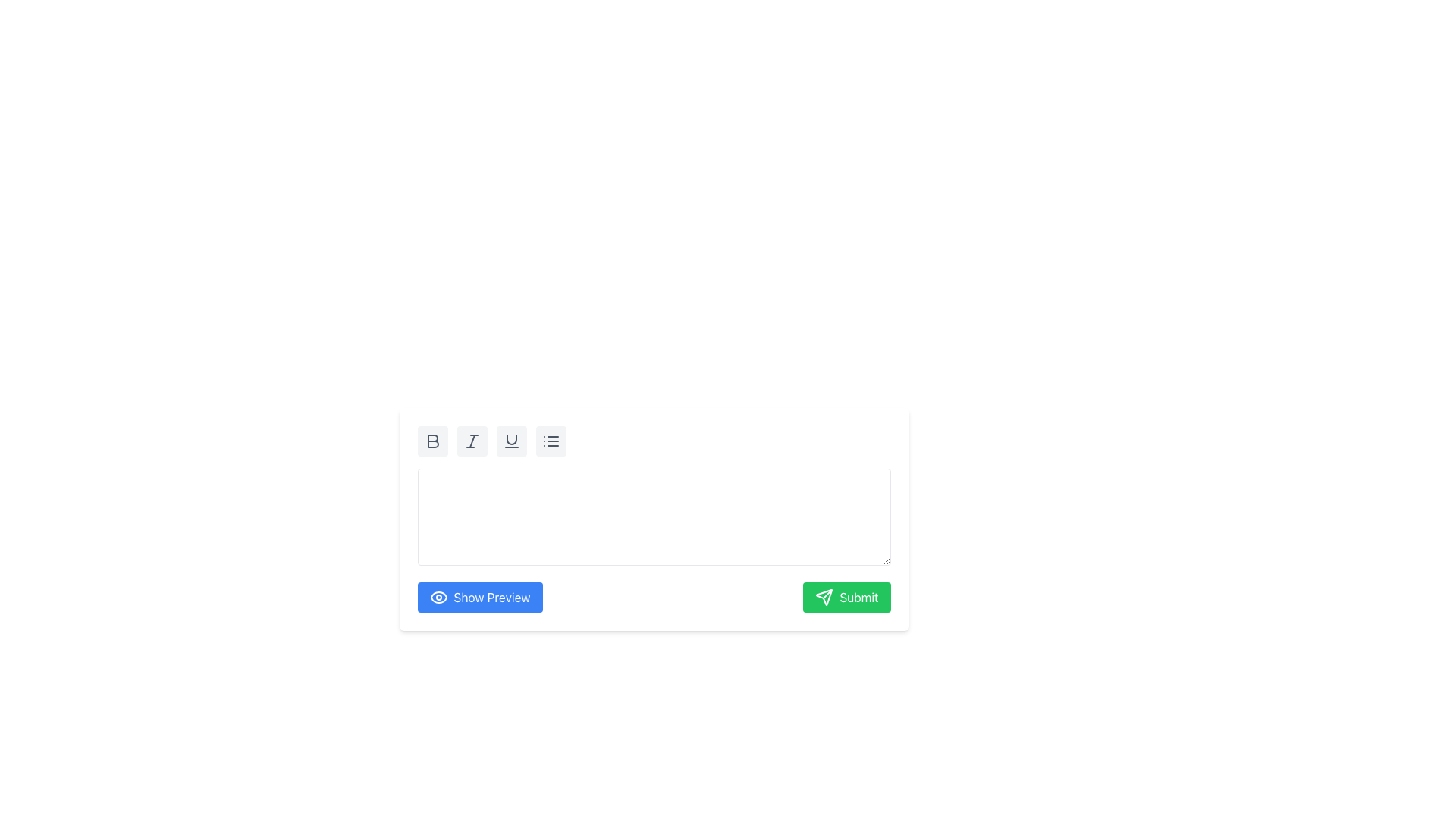  I want to click on the send action icon, which is a triangular paper plane icon located within the green 'Submit' button at the bottom-right of the form, so click(824, 596).